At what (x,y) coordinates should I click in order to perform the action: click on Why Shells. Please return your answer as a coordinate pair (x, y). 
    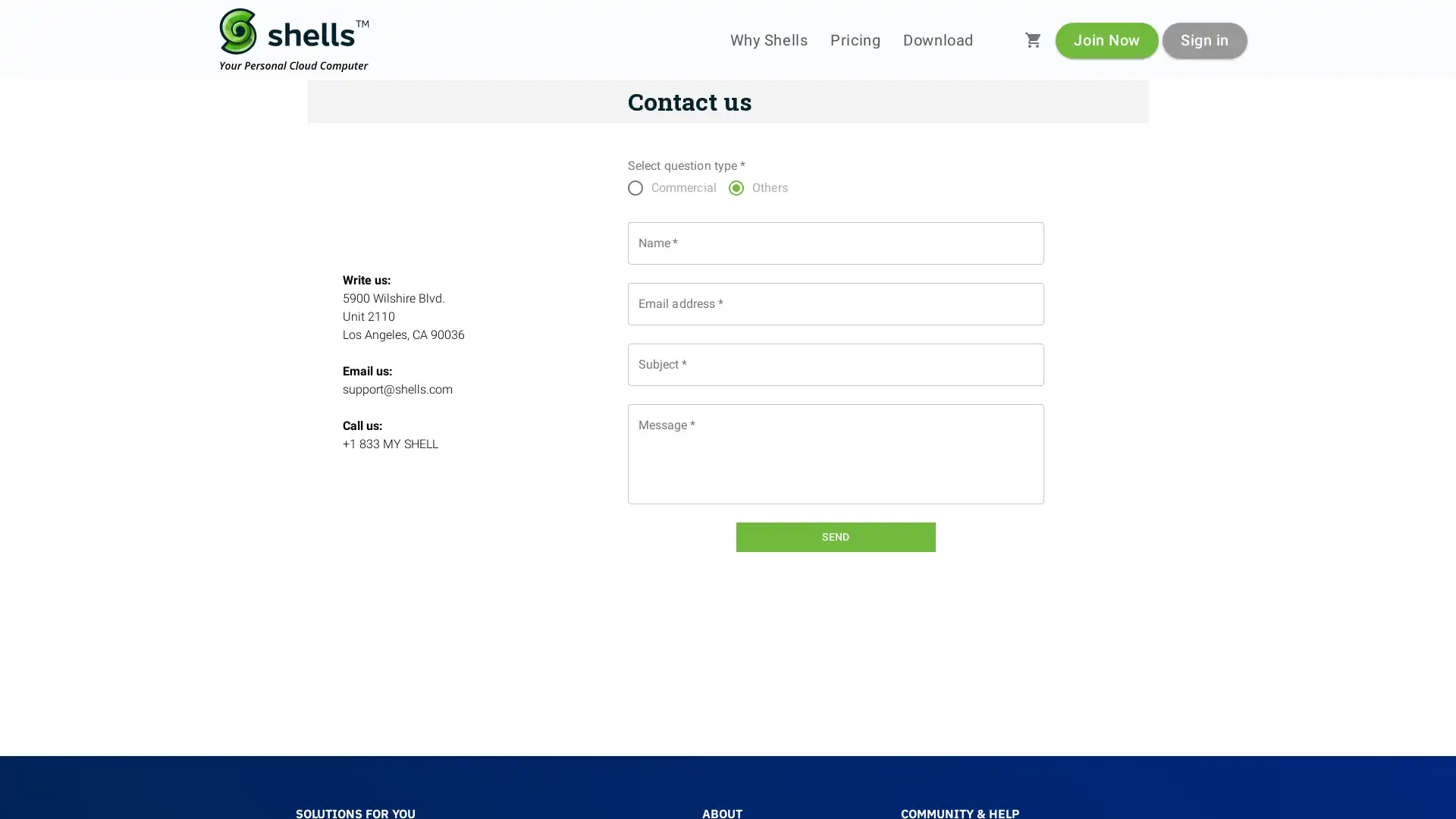
    Looking at the image, I should click on (768, 39).